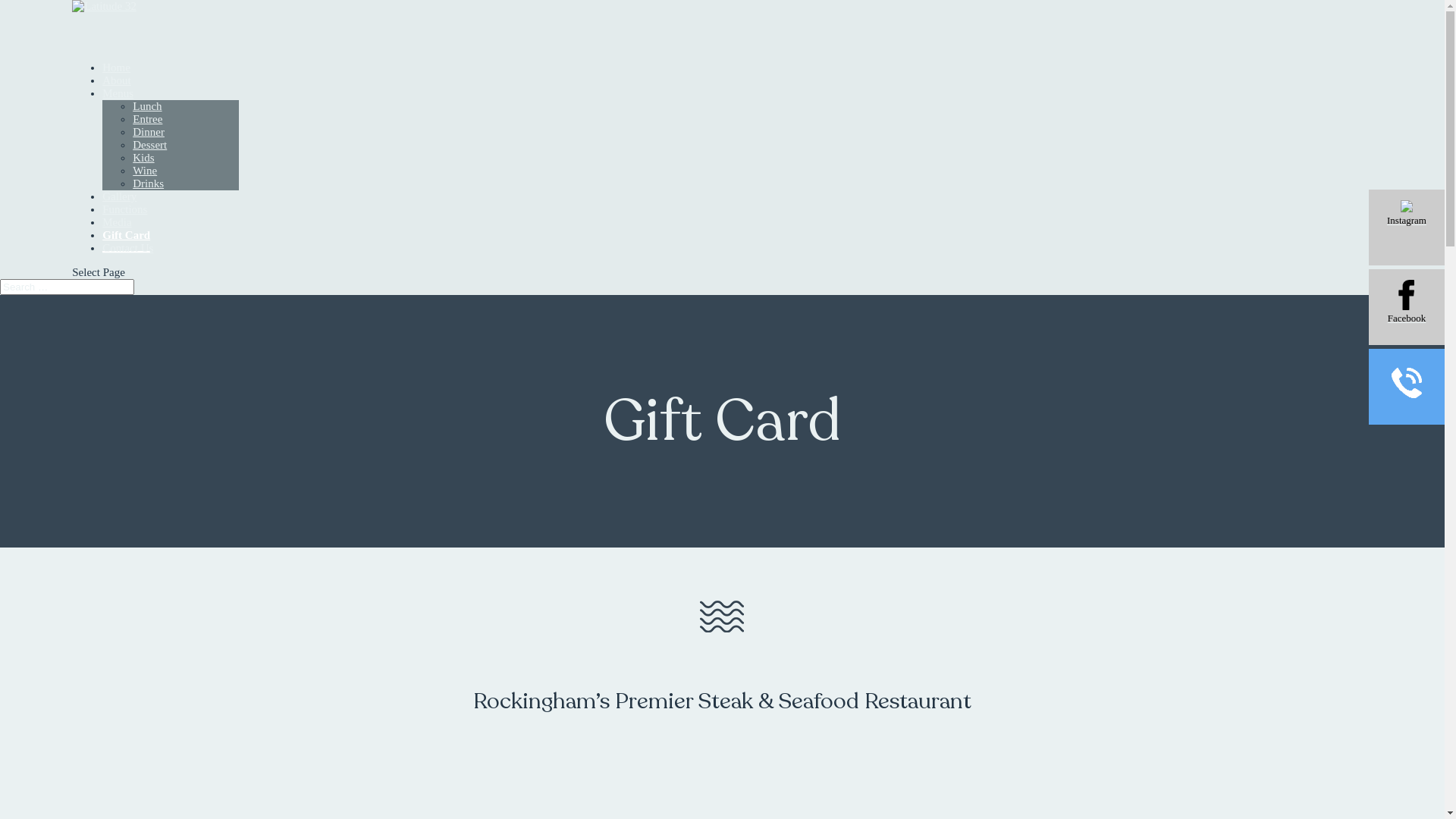  I want to click on 'Facebook', so click(1405, 307).